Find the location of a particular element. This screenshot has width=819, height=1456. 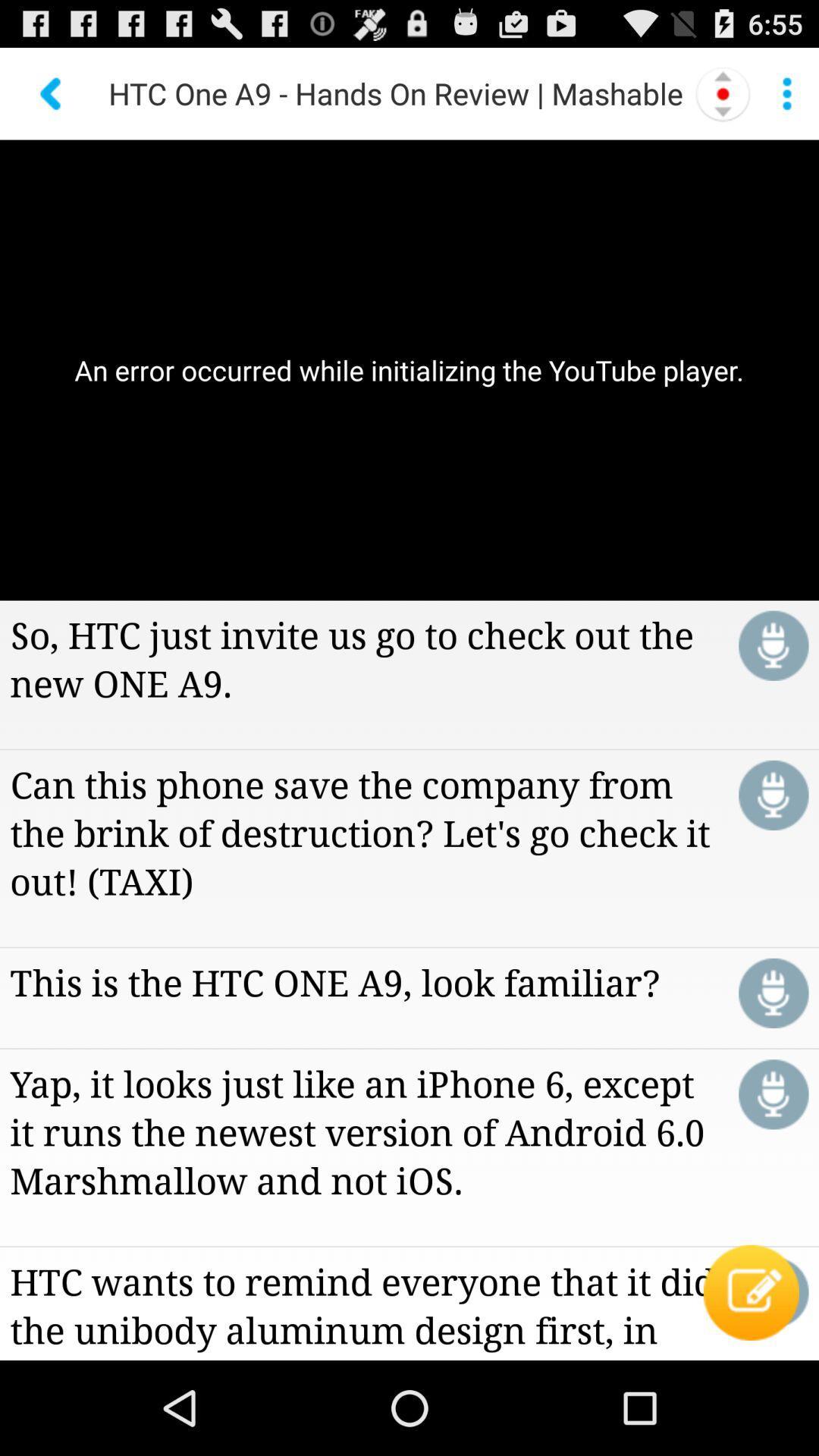

the edit icon is located at coordinates (751, 1383).